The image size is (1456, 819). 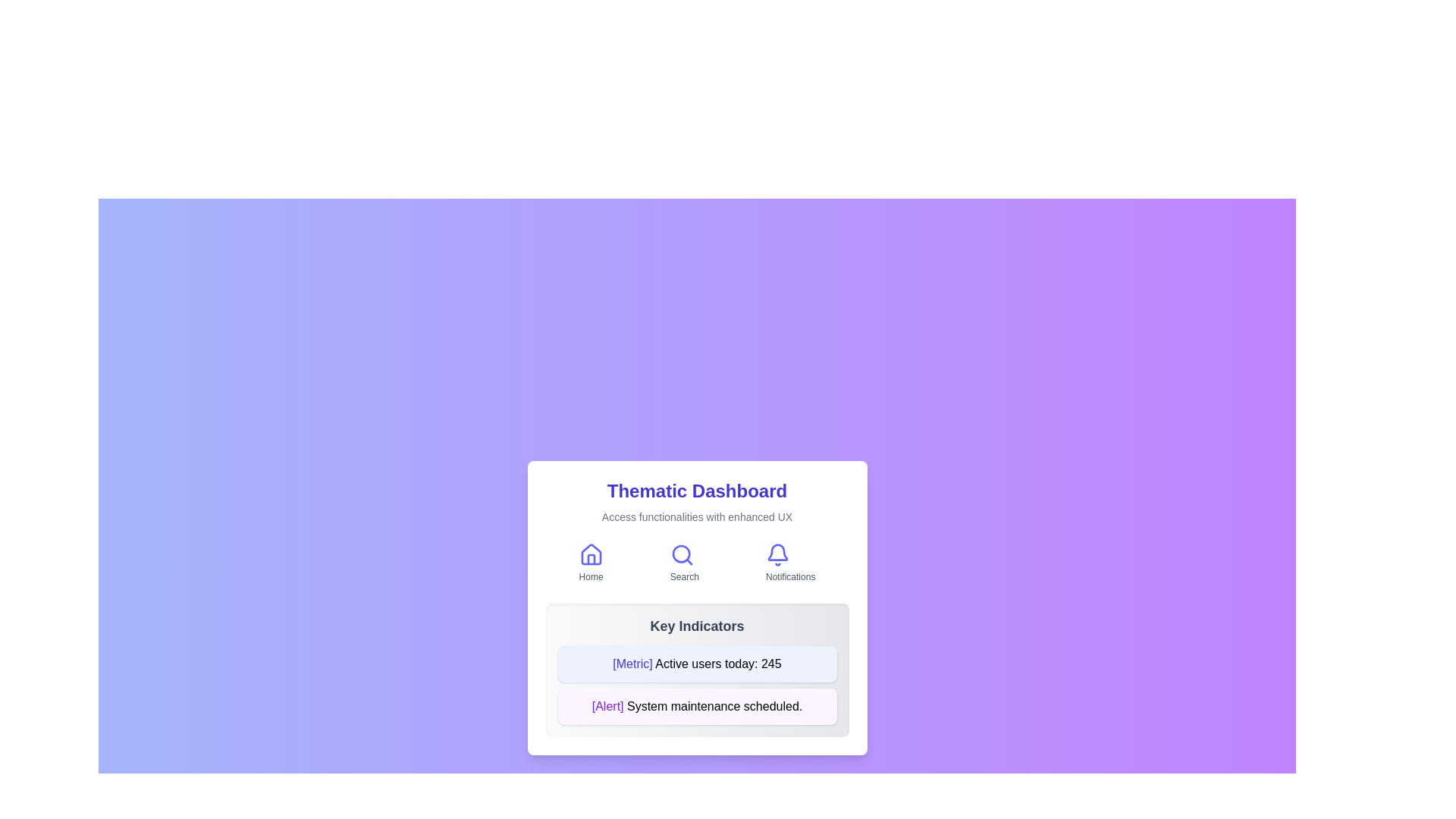 What do you see at coordinates (681, 555) in the screenshot?
I see `the magnifying glass icon in purple-indigo color to initiate search, located in the center among other icons and labeled 'Search'` at bounding box center [681, 555].